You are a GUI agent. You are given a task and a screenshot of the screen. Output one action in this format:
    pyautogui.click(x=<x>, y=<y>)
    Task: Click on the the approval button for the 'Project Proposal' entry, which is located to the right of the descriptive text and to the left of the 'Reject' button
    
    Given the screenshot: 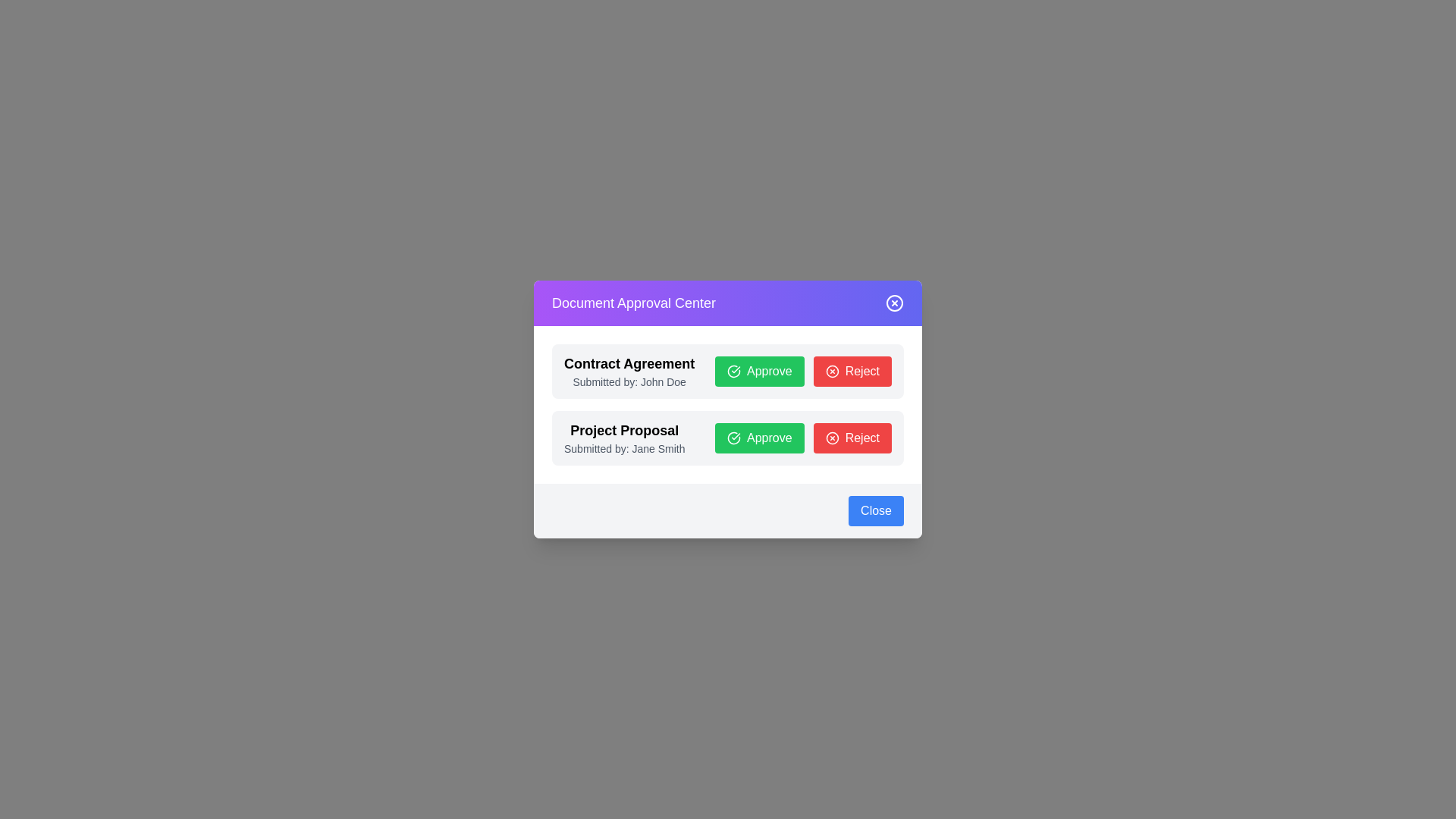 What is the action you would take?
    pyautogui.click(x=759, y=438)
    